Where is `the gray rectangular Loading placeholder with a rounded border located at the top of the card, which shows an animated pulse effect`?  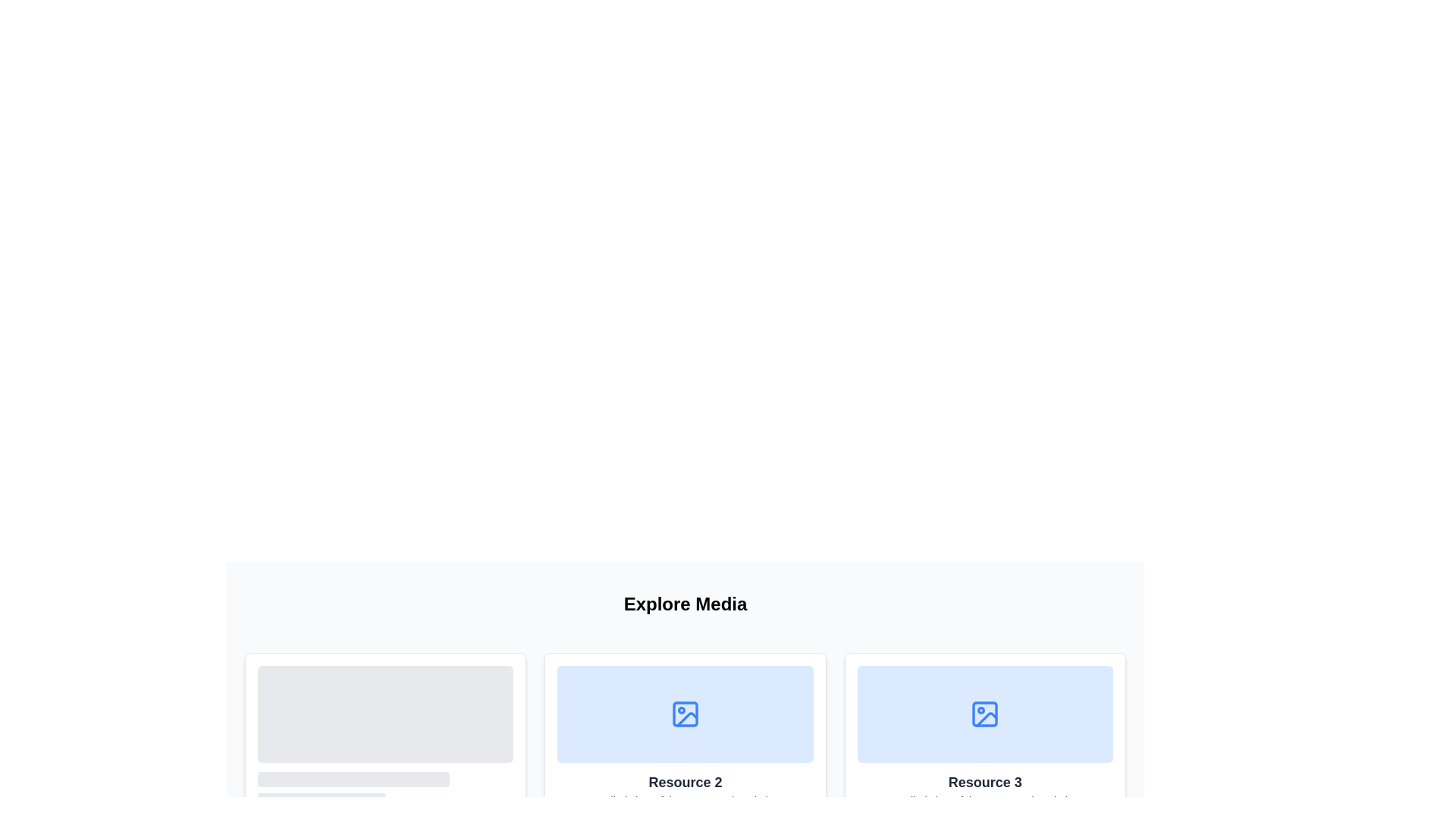 the gray rectangular Loading placeholder with a rounded border located at the top of the card, which shows an animated pulse effect is located at coordinates (385, 734).